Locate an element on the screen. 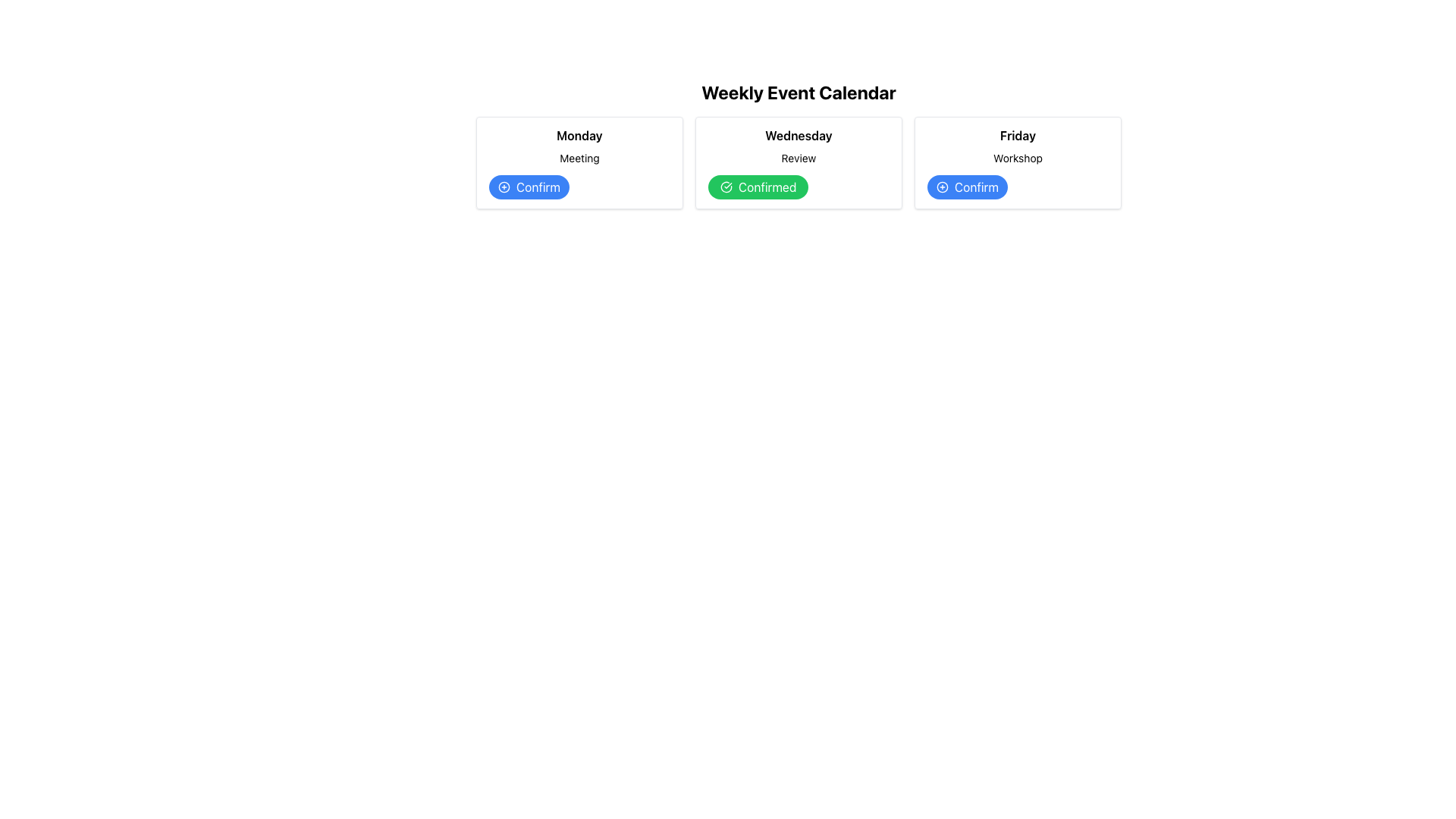 The image size is (1456, 819). the icon located on the left side of the 'Confirm' button in the 'Friday' card of the 'Weekly Event Calendar' interface is located at coordinates (942, 186).